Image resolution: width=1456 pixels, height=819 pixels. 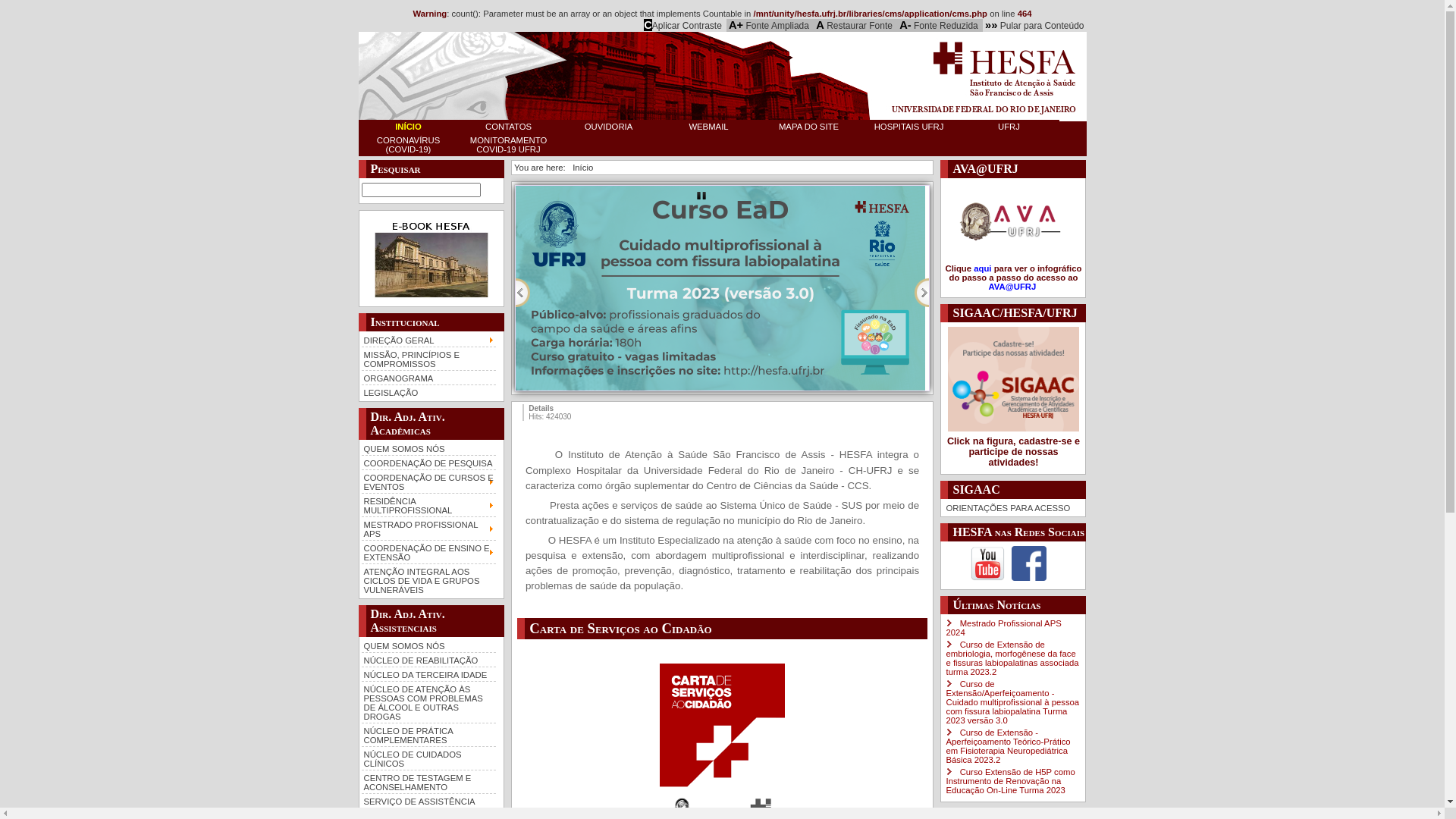 I want to click on 'HOSPITAIS UFRJ', so click(x=858, y=125).